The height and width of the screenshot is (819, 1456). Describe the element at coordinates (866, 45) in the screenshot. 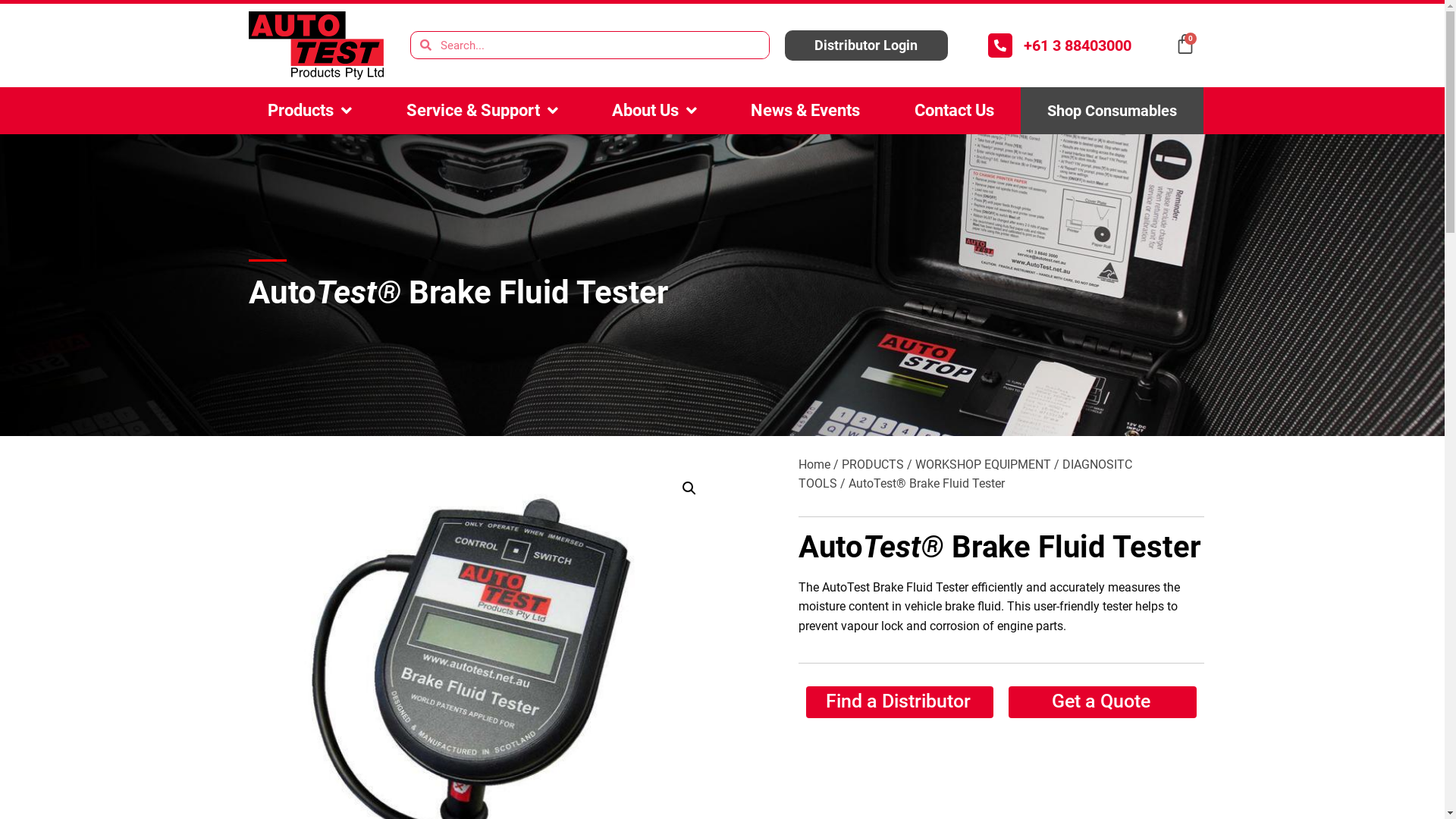

I see `'Distributor Login'` at that location.